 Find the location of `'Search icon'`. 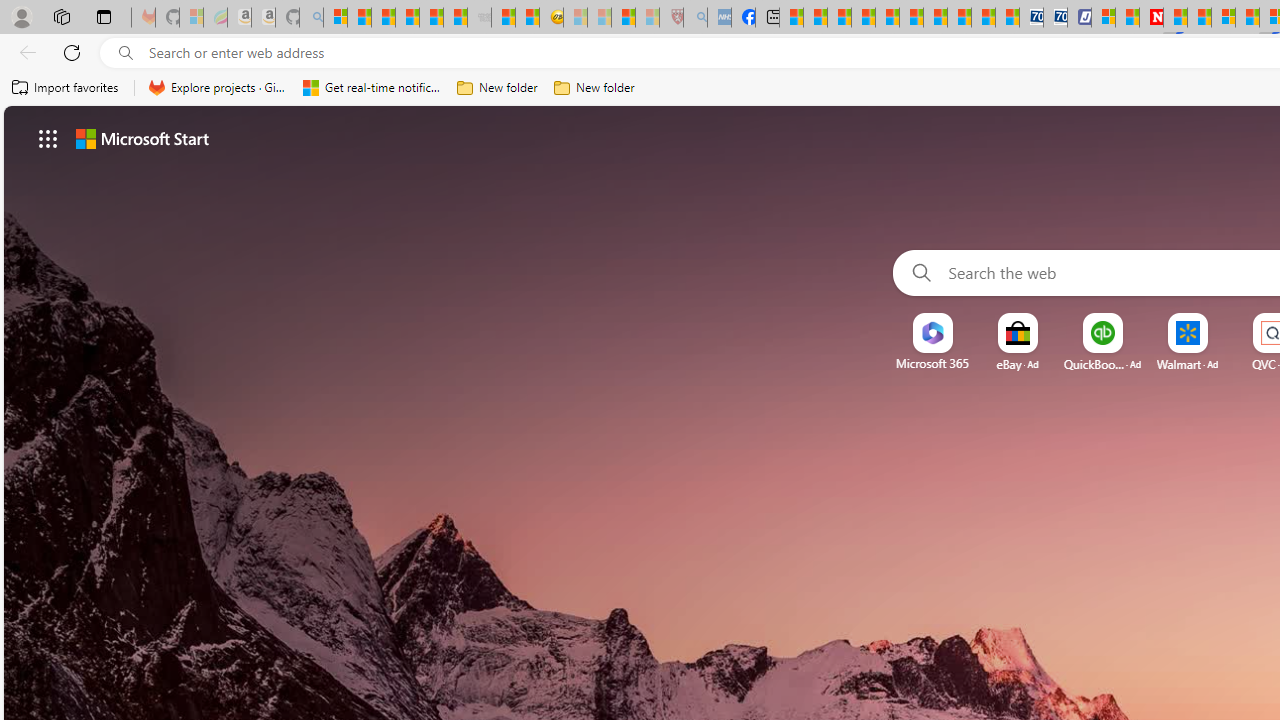

'Search icon' is located at coordinates (125, 52).